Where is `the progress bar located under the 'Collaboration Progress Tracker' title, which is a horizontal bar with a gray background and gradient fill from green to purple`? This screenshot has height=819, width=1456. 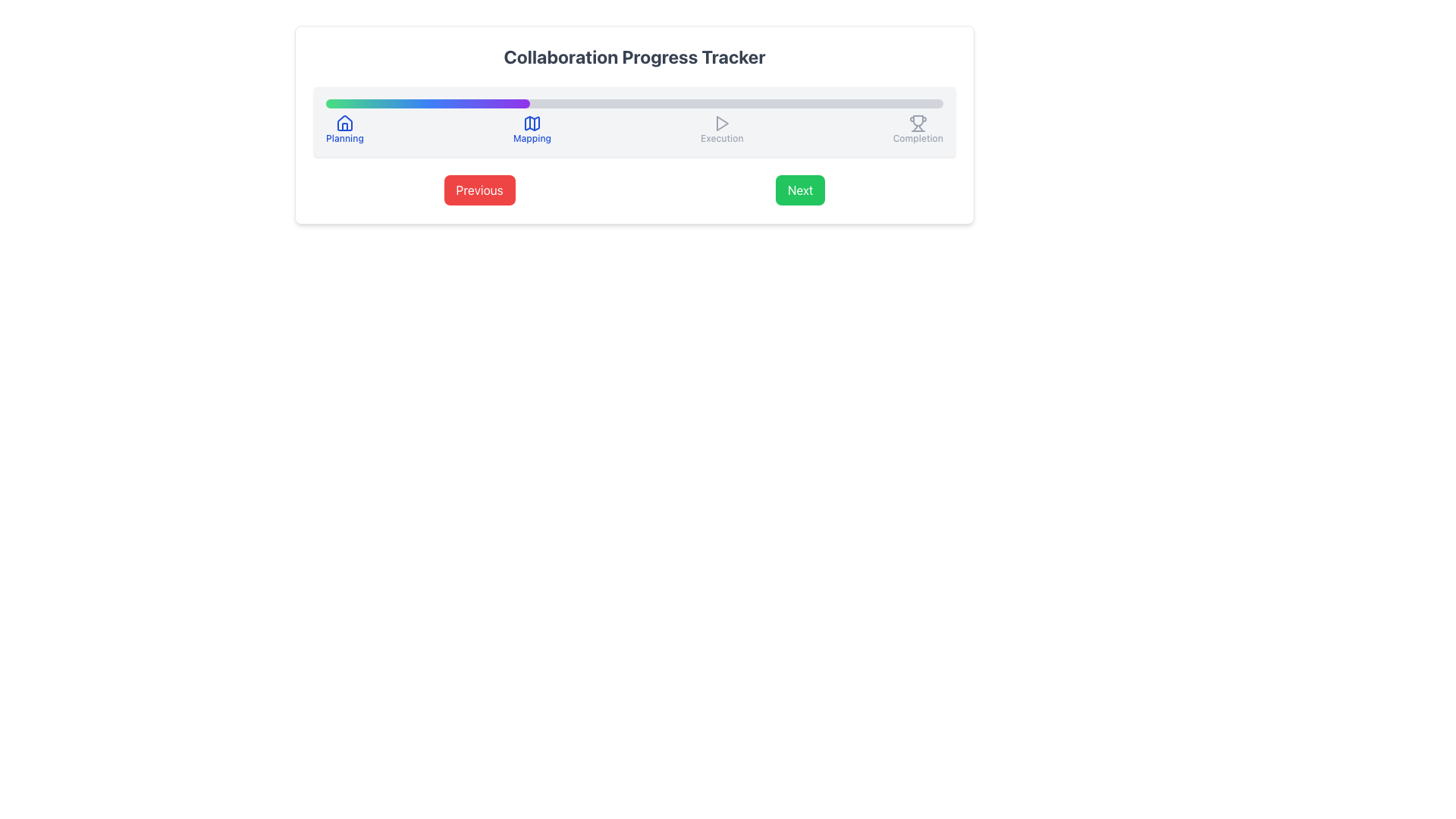 the progress bar located under the 'Collaboration Progress Tracker' title, which is a horizontal bar with a gray background and gradient fill from green to purple is located at coordinates (634, 103).